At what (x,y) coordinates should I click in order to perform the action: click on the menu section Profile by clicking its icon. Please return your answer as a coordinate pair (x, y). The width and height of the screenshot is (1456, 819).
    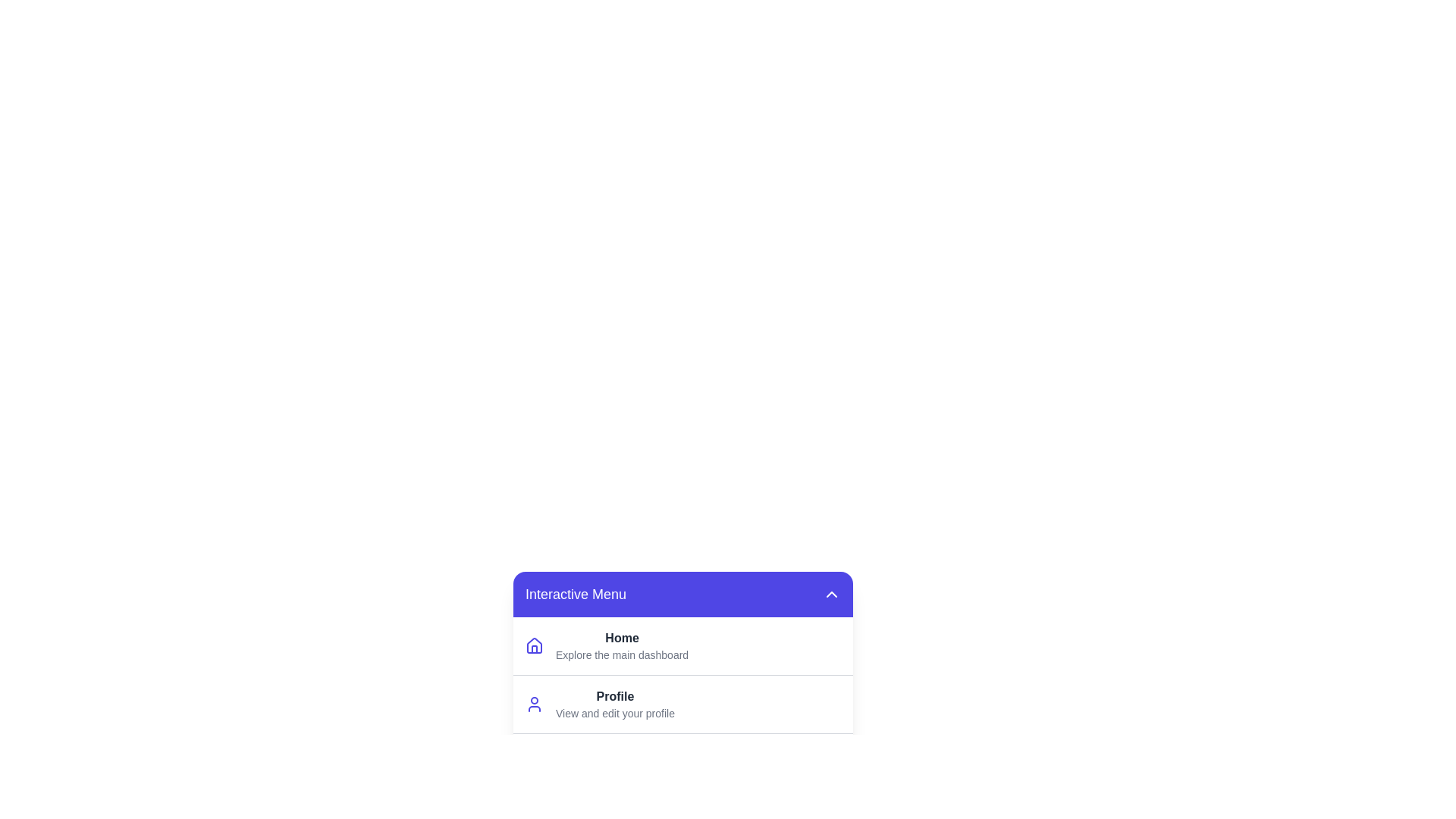
    Looking at the image, I should click on (535, 704).